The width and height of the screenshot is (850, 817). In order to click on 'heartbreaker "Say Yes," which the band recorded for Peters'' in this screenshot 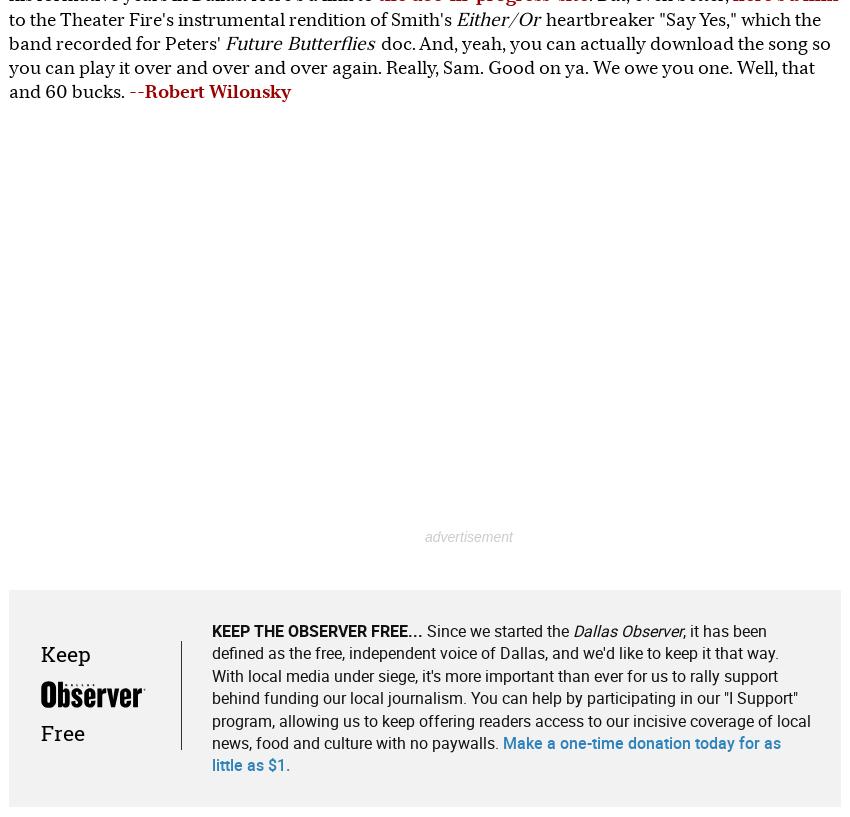, I will do `click(414, 30)`.